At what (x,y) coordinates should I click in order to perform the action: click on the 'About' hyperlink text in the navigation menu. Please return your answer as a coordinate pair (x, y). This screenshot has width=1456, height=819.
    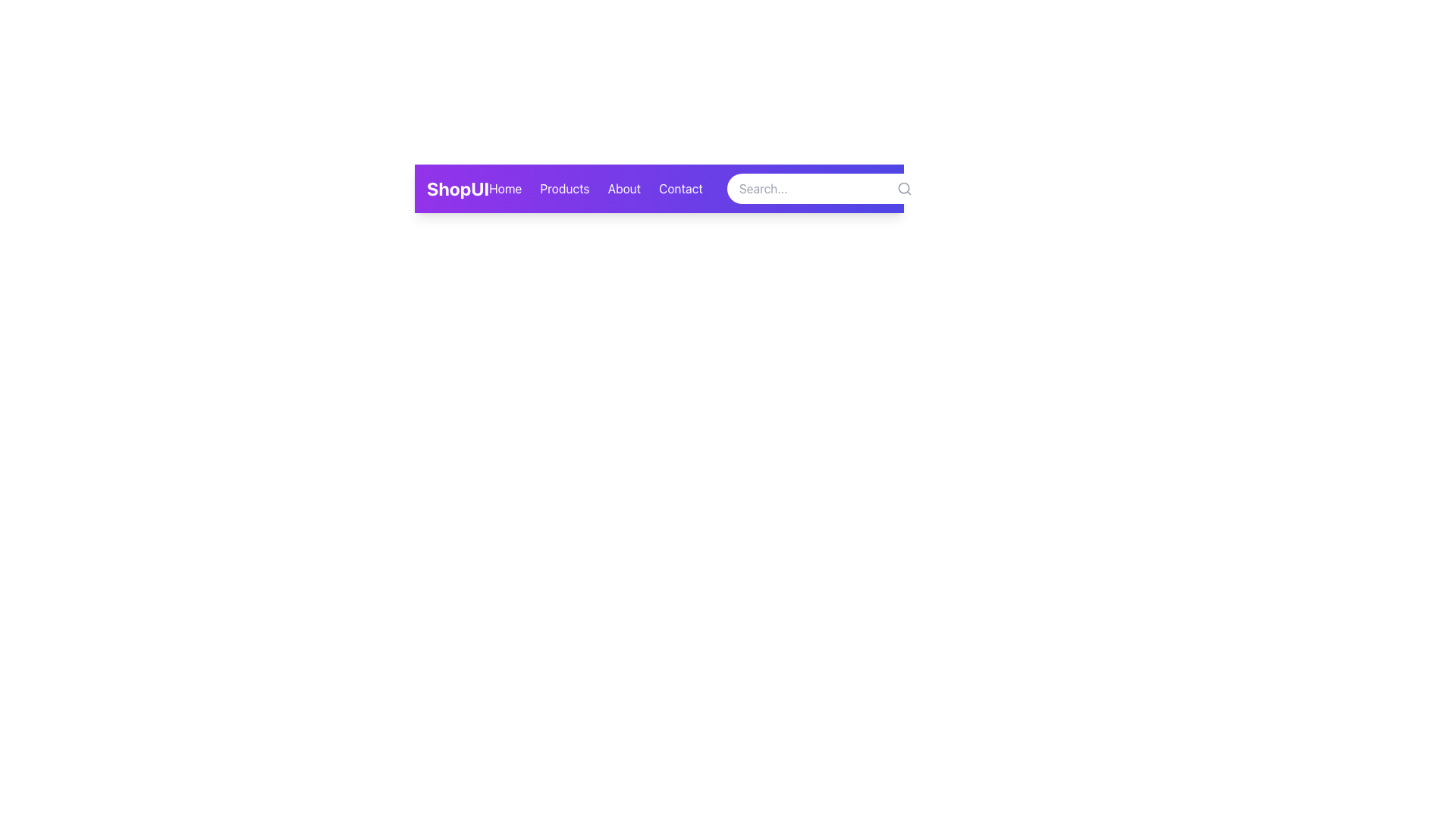
    Looking at the image, I should click on (624, 188).